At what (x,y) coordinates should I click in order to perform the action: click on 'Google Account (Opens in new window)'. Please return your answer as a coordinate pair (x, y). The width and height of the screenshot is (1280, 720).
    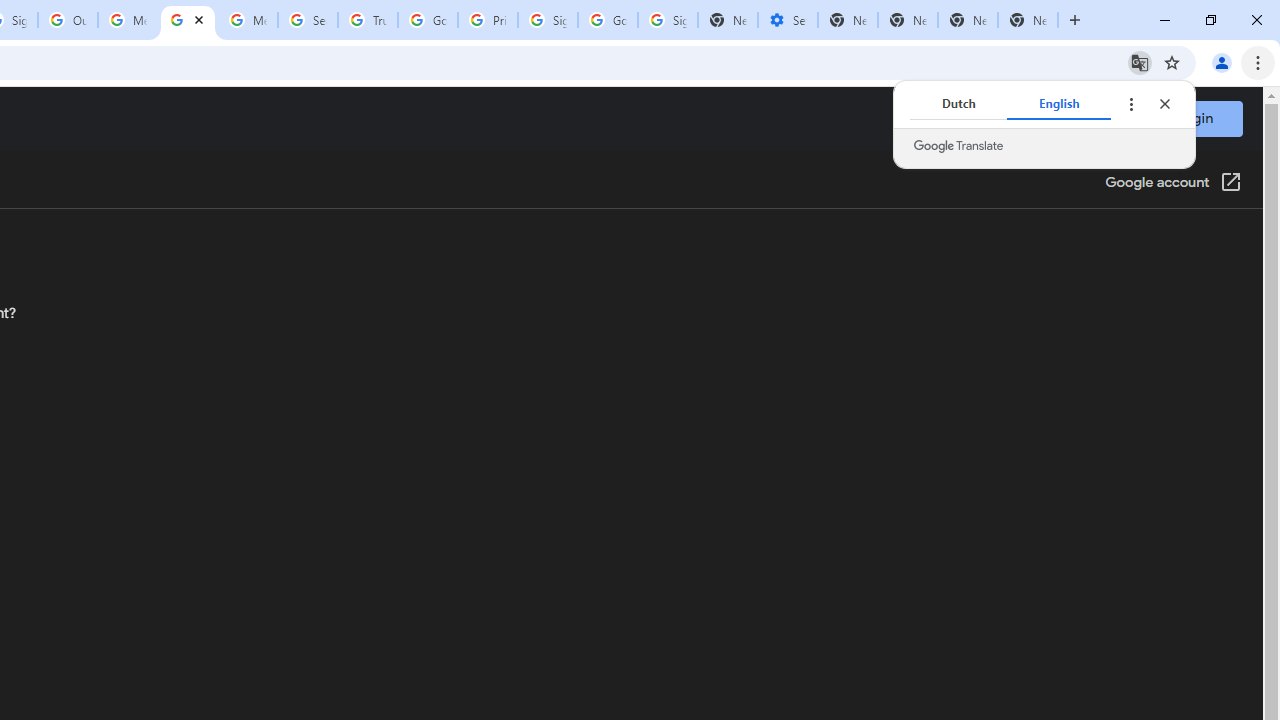
    Looking at the image, I should click on (1173, 183).